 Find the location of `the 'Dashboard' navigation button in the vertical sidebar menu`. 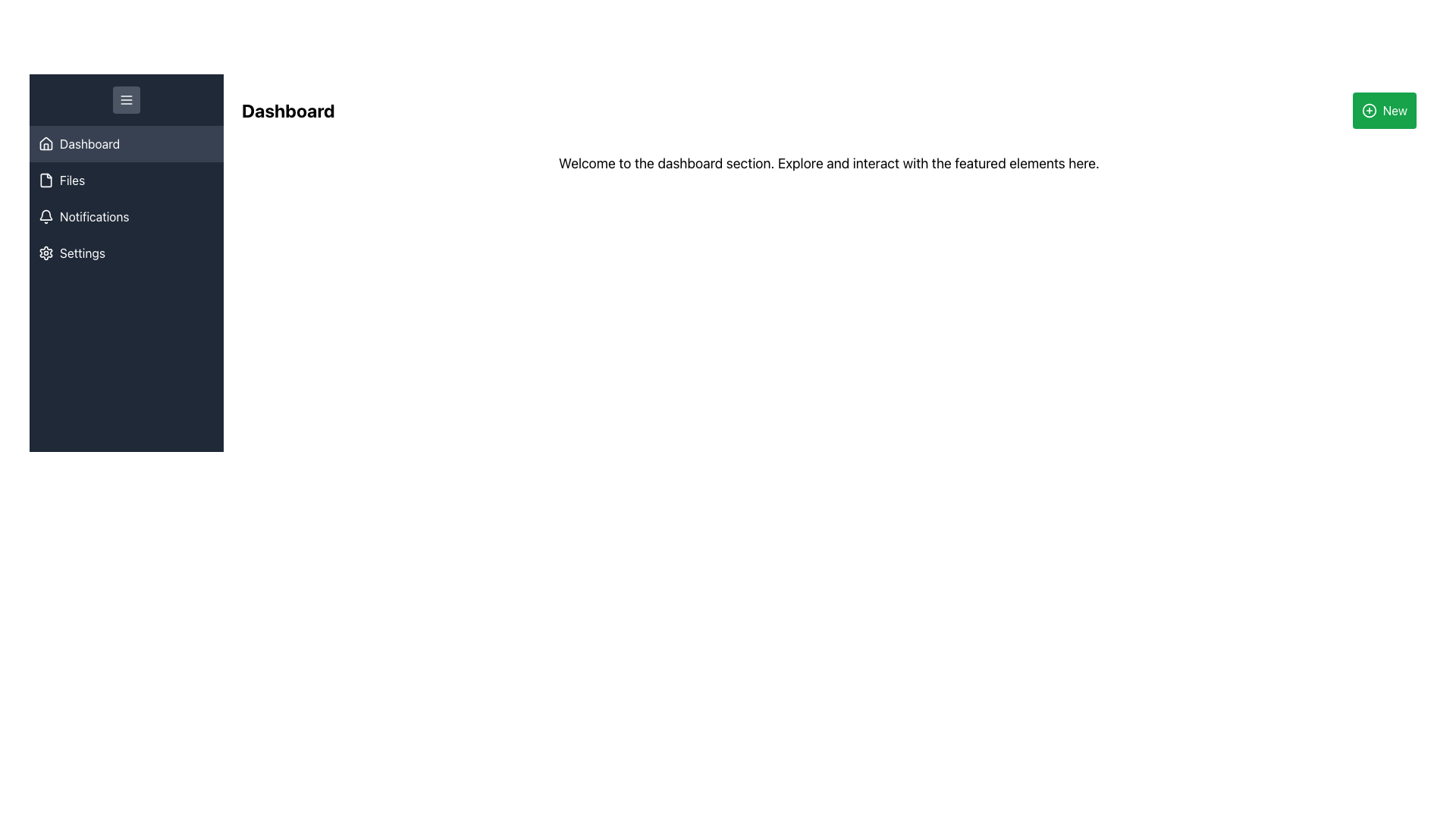

the 'Dashboard' navigation button in the vertical sidebar menu is located at coordinates (127, 143).